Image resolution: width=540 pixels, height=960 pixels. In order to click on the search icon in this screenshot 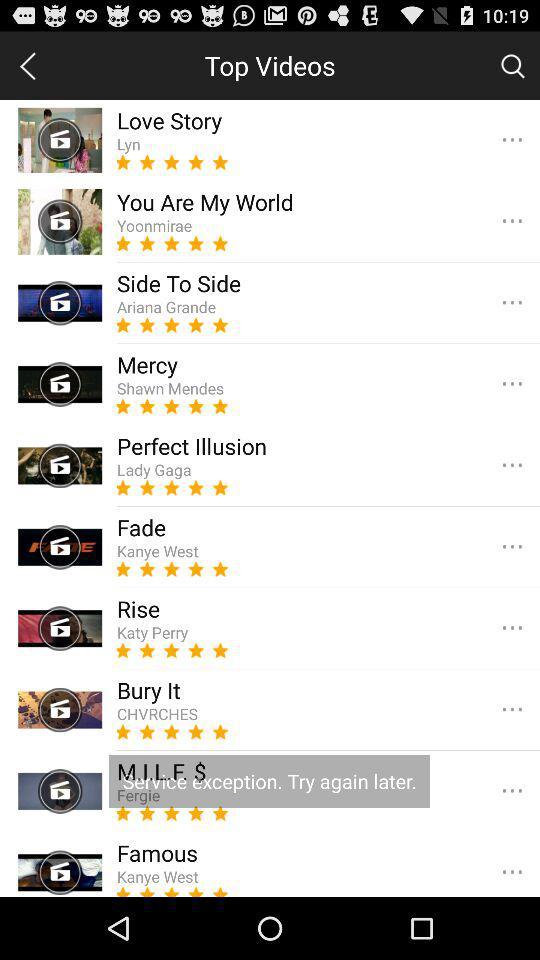, I will do `click(512, 70)`.